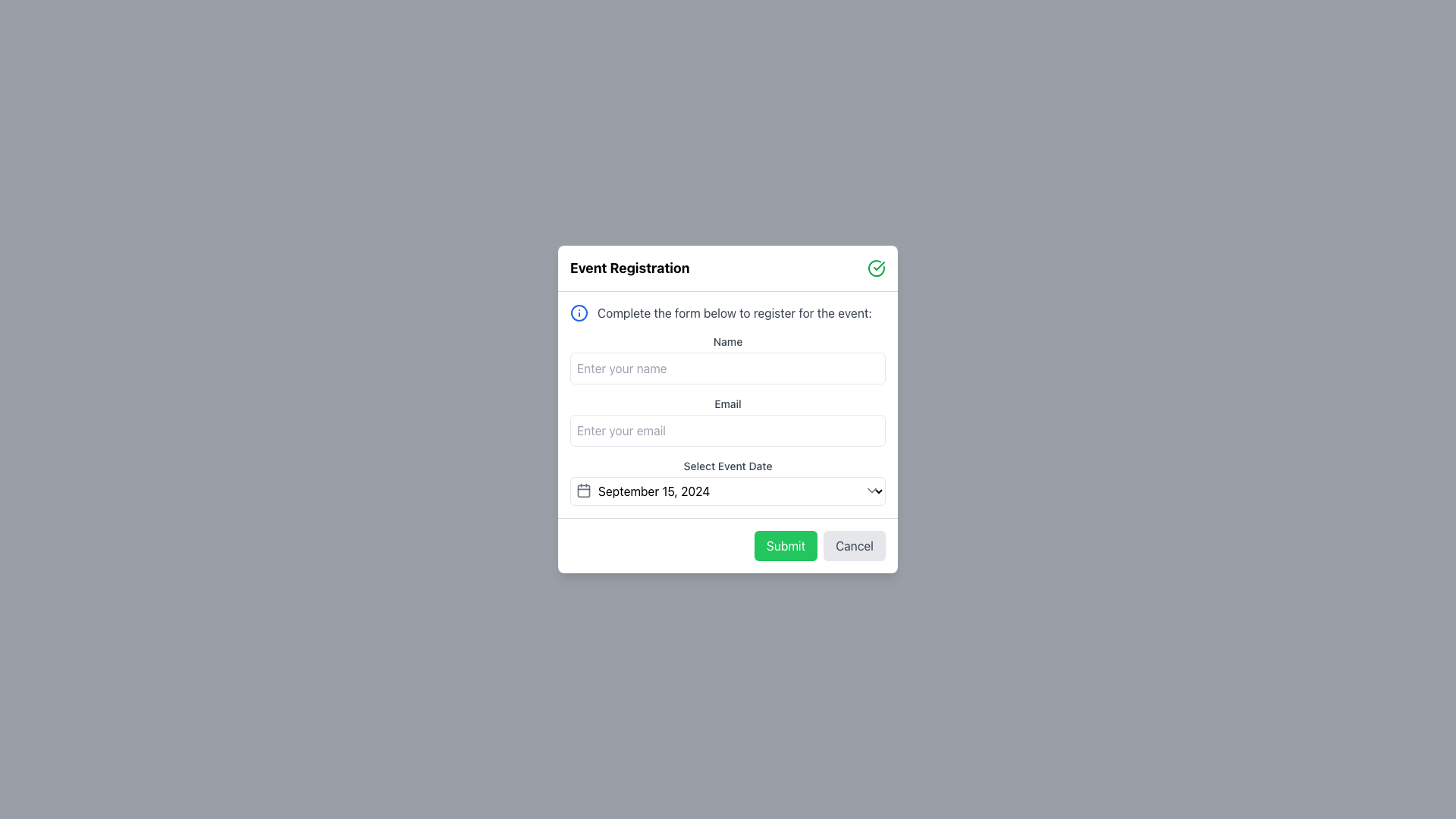  What do you see at coordinates (877, 268) in the screenshot?
I see `the icon located in the upper-right corner of the 'Event Registration' header section` at bounding box center [877, 268].